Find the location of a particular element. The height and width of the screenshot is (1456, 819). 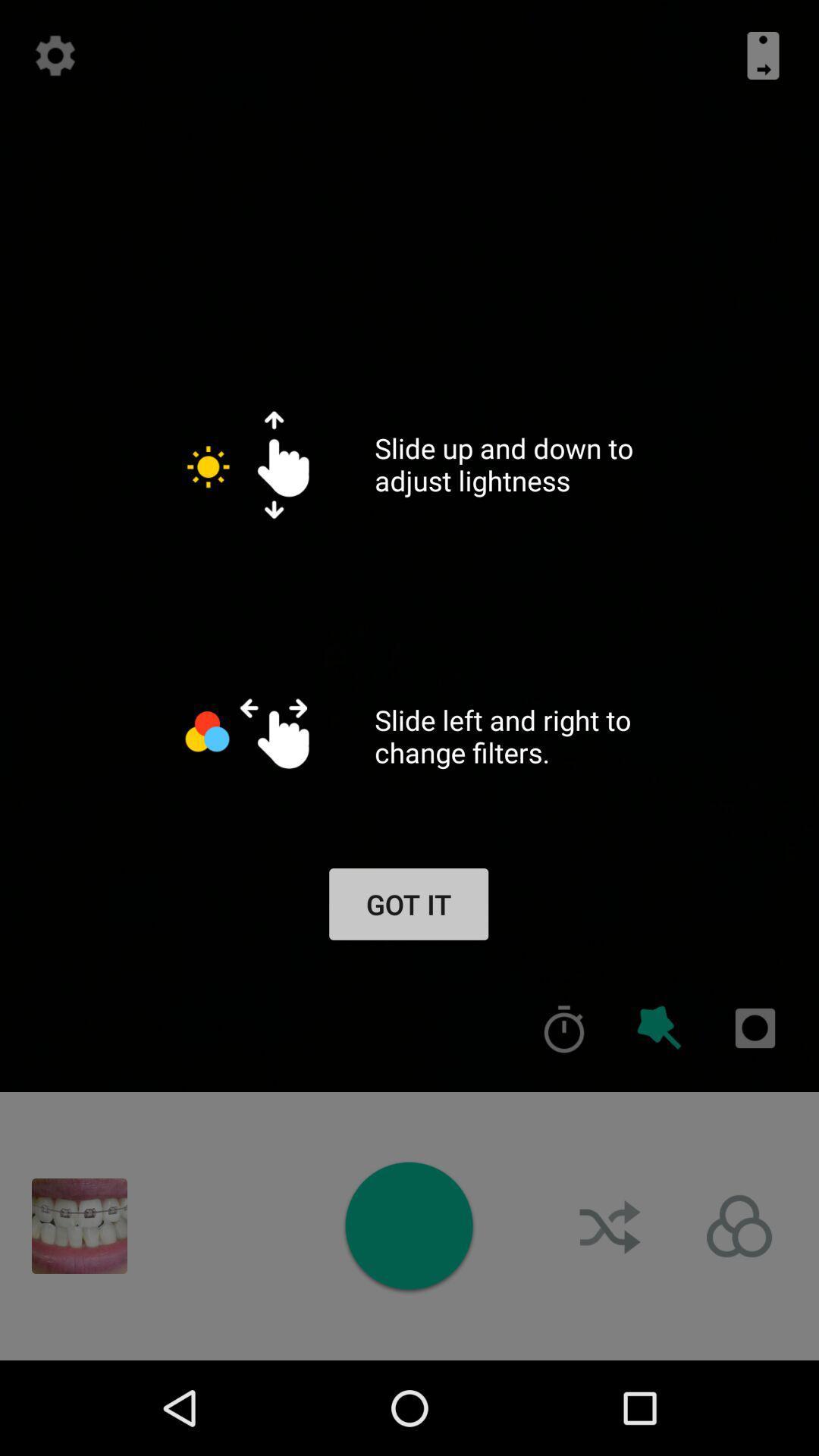

watch is located at coordinates (408, 1225).